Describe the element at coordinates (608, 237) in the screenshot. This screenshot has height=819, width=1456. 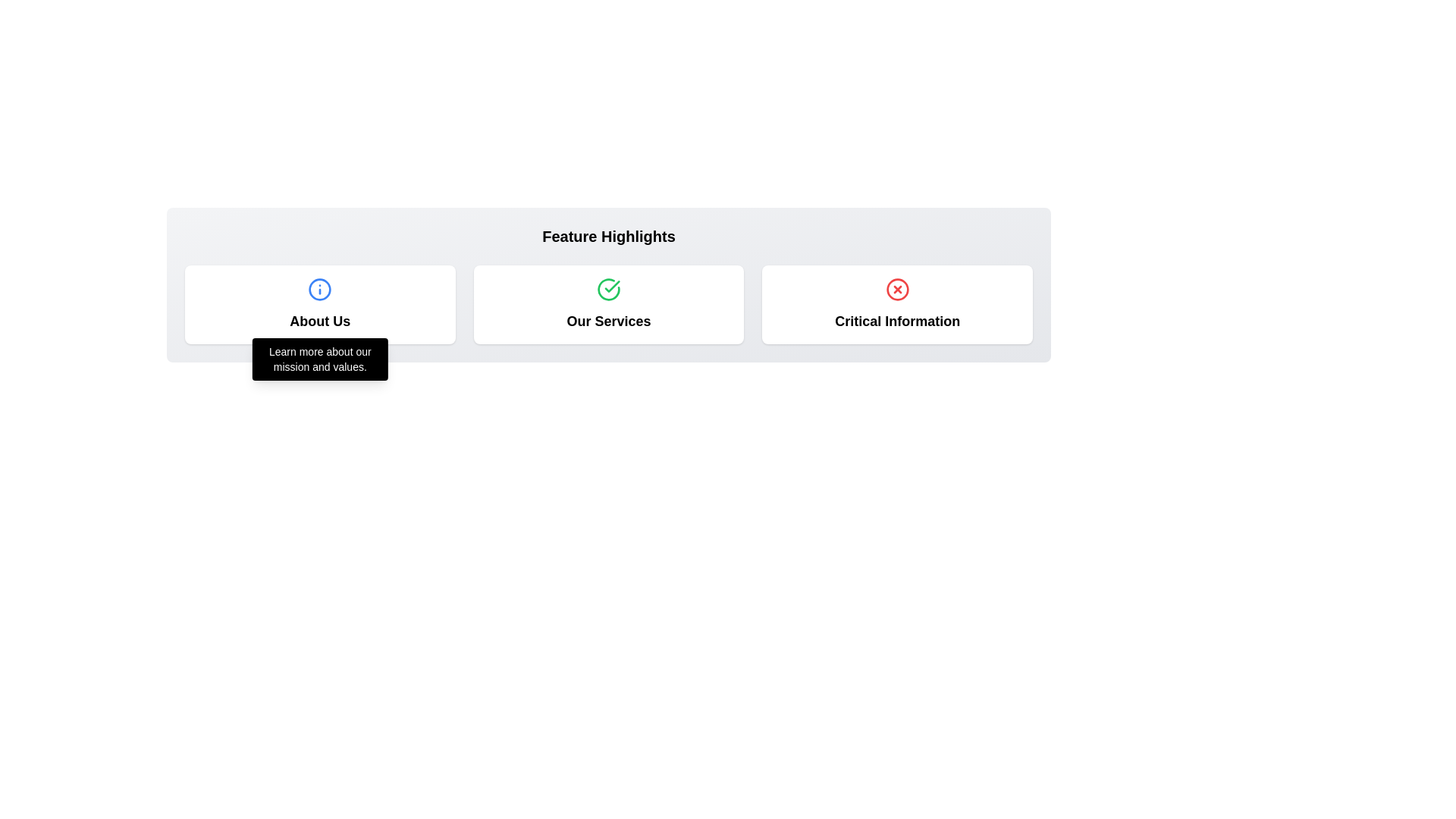
I see `the bold, centrally aligned headline text label 'Feature Highlights' located at the top-center of the card-like section` at that location.